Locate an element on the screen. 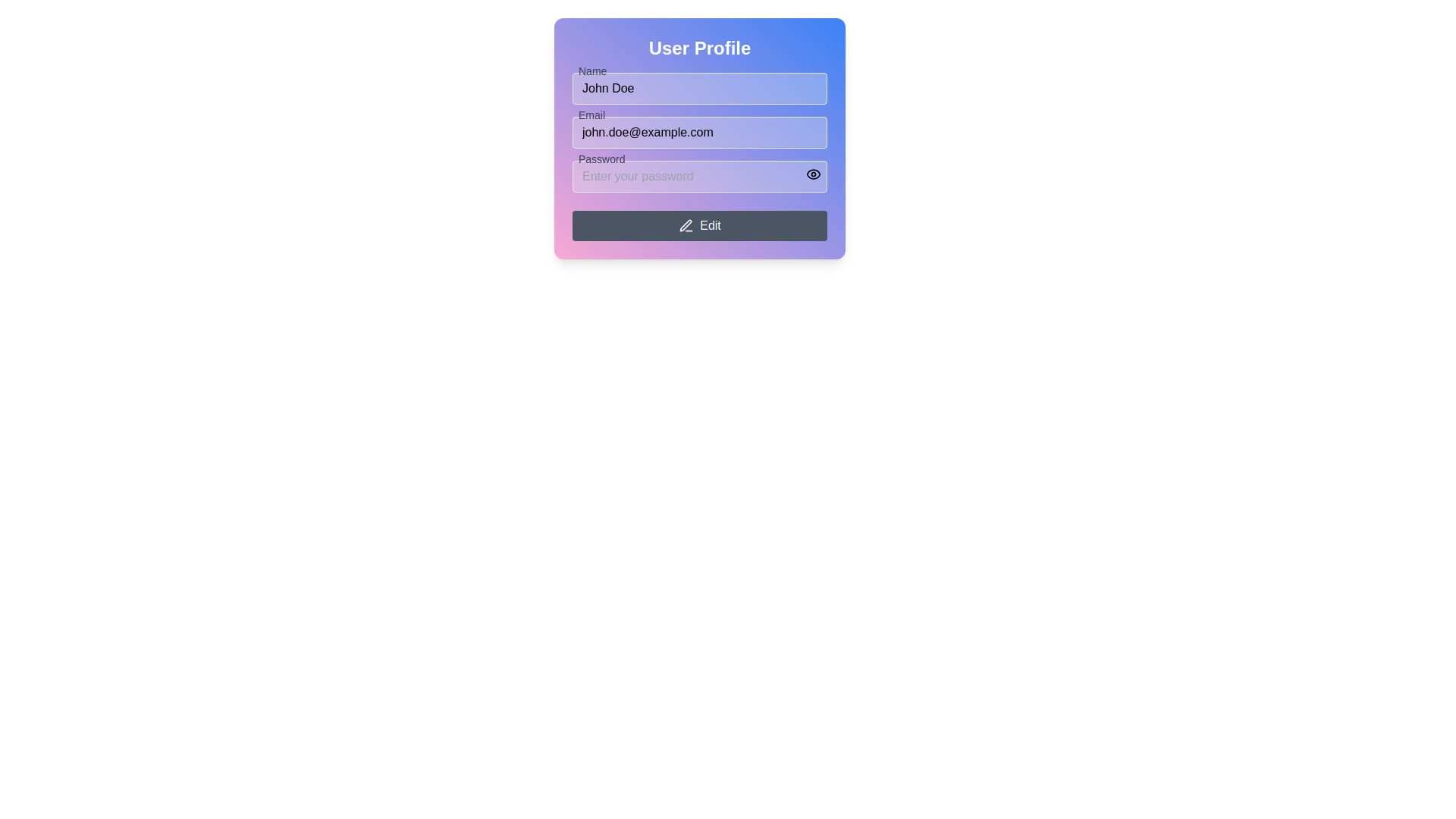  the text label indicating the user's name, which is positioned directly above the input field for entering the user's name in the form is located at coordinates (591, 71).